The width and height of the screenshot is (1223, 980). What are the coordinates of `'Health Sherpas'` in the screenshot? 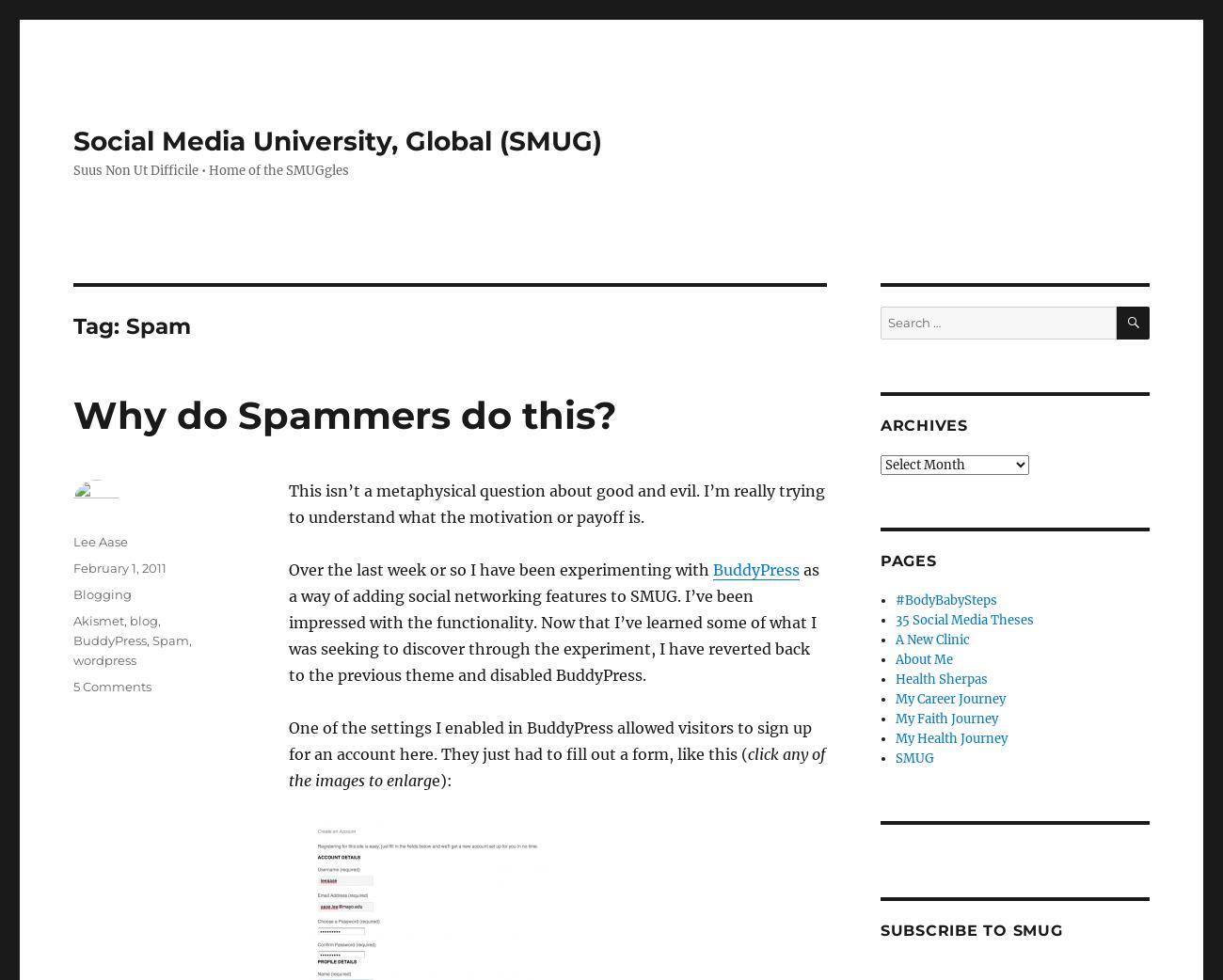 It's located at (895, 678).